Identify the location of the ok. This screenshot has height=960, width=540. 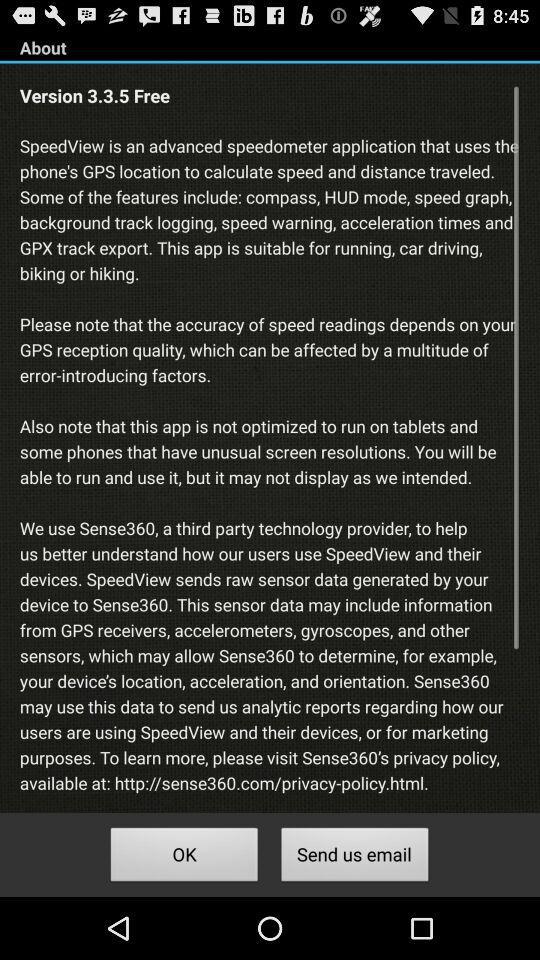
(184, 856).